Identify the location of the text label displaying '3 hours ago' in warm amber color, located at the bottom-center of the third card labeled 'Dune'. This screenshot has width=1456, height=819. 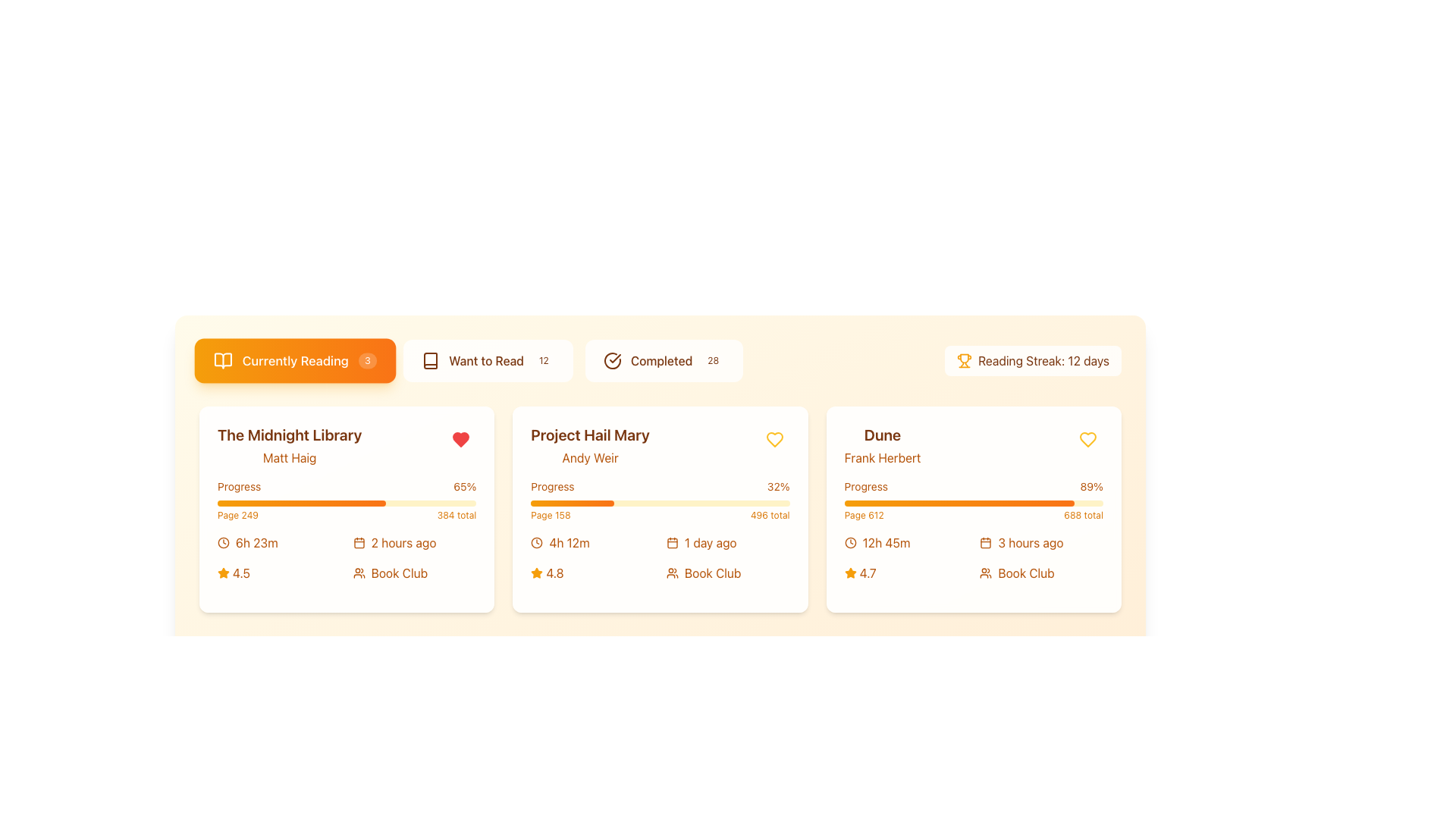
(1031, 542).